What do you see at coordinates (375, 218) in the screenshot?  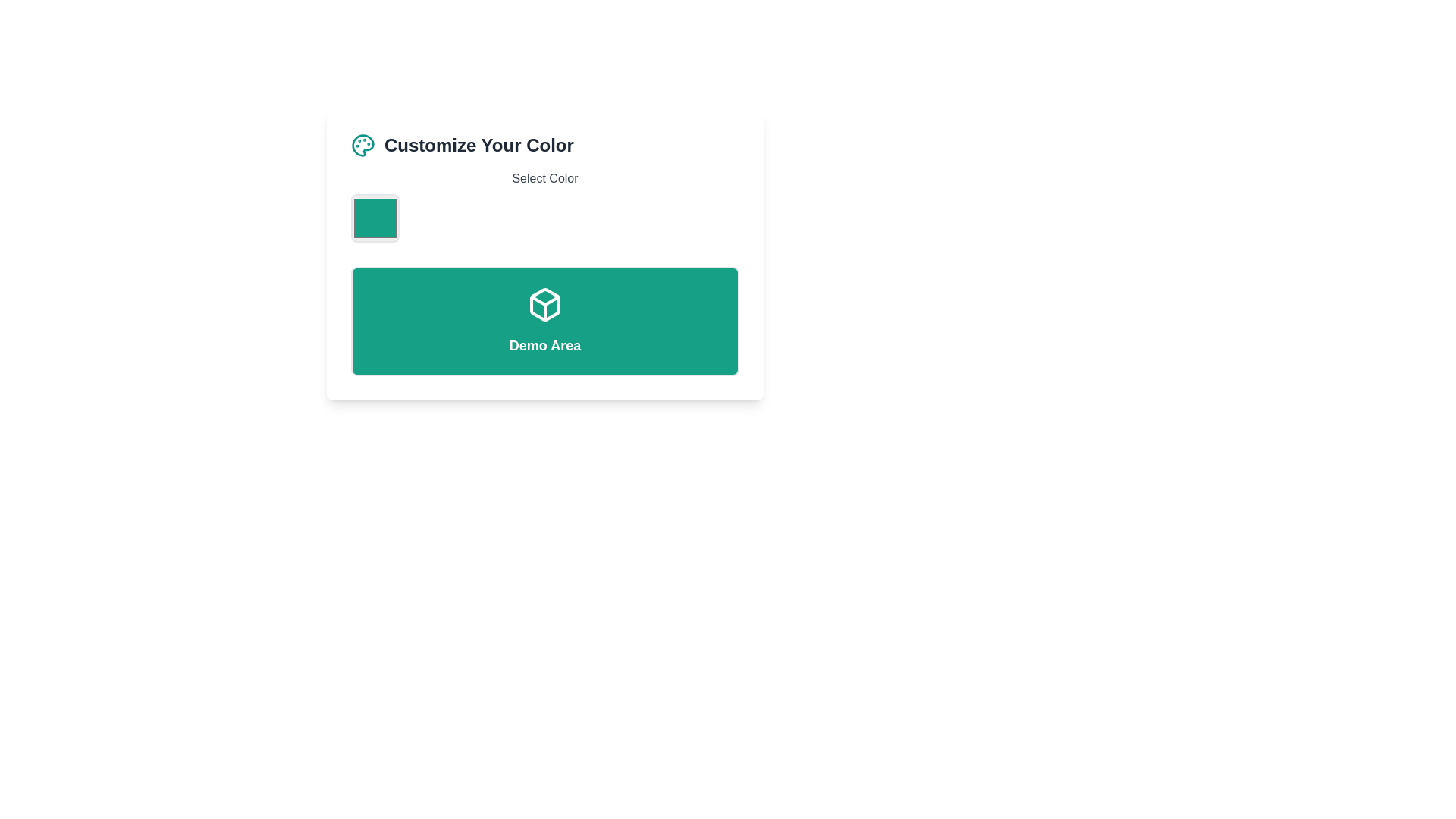 I see `the Color picker input with a teal background and gray border` at bounding box center [375, 218].